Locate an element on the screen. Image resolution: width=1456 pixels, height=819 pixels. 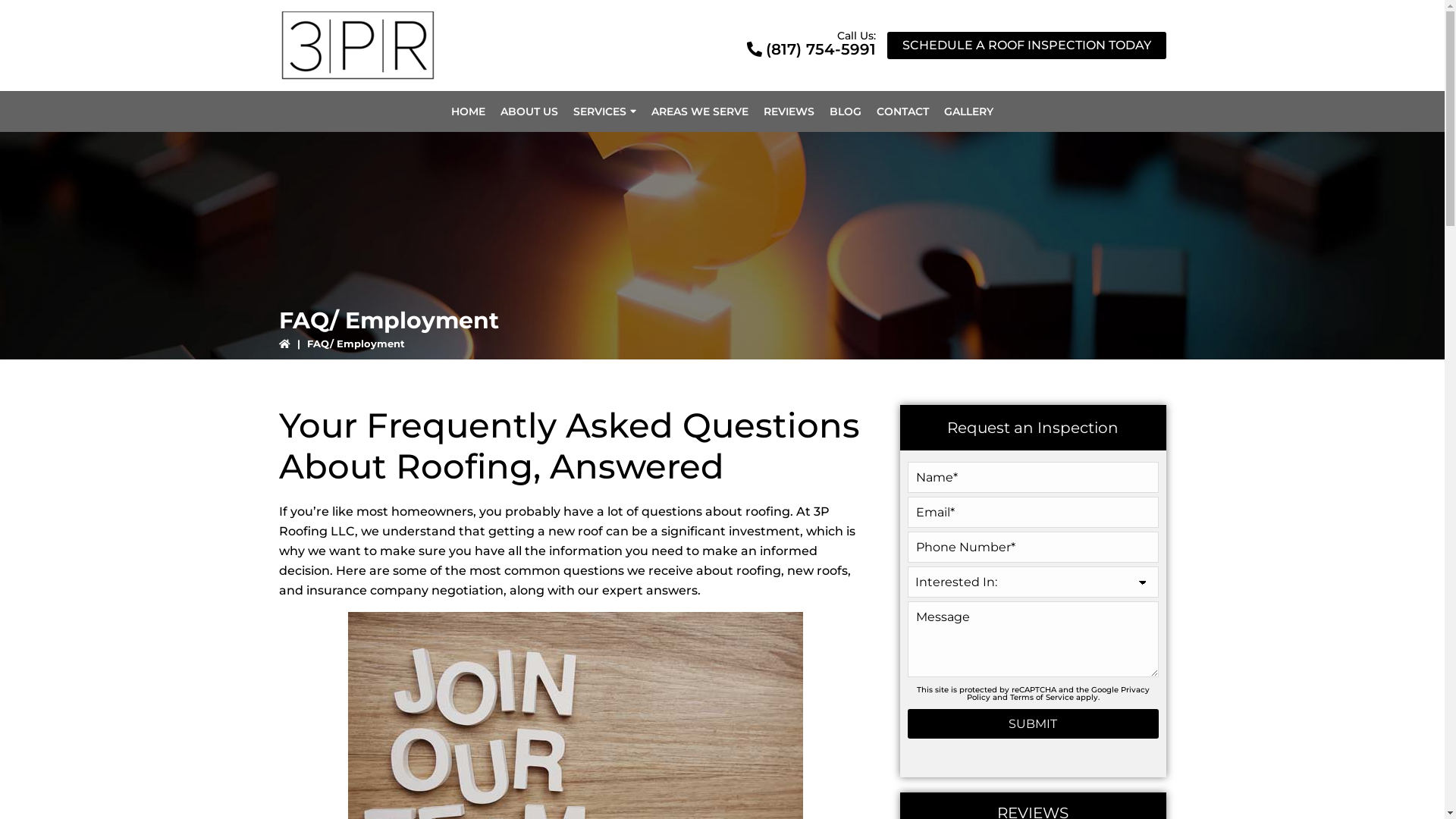
'3PR Roofing Company' is located at coordinates (356, 45).